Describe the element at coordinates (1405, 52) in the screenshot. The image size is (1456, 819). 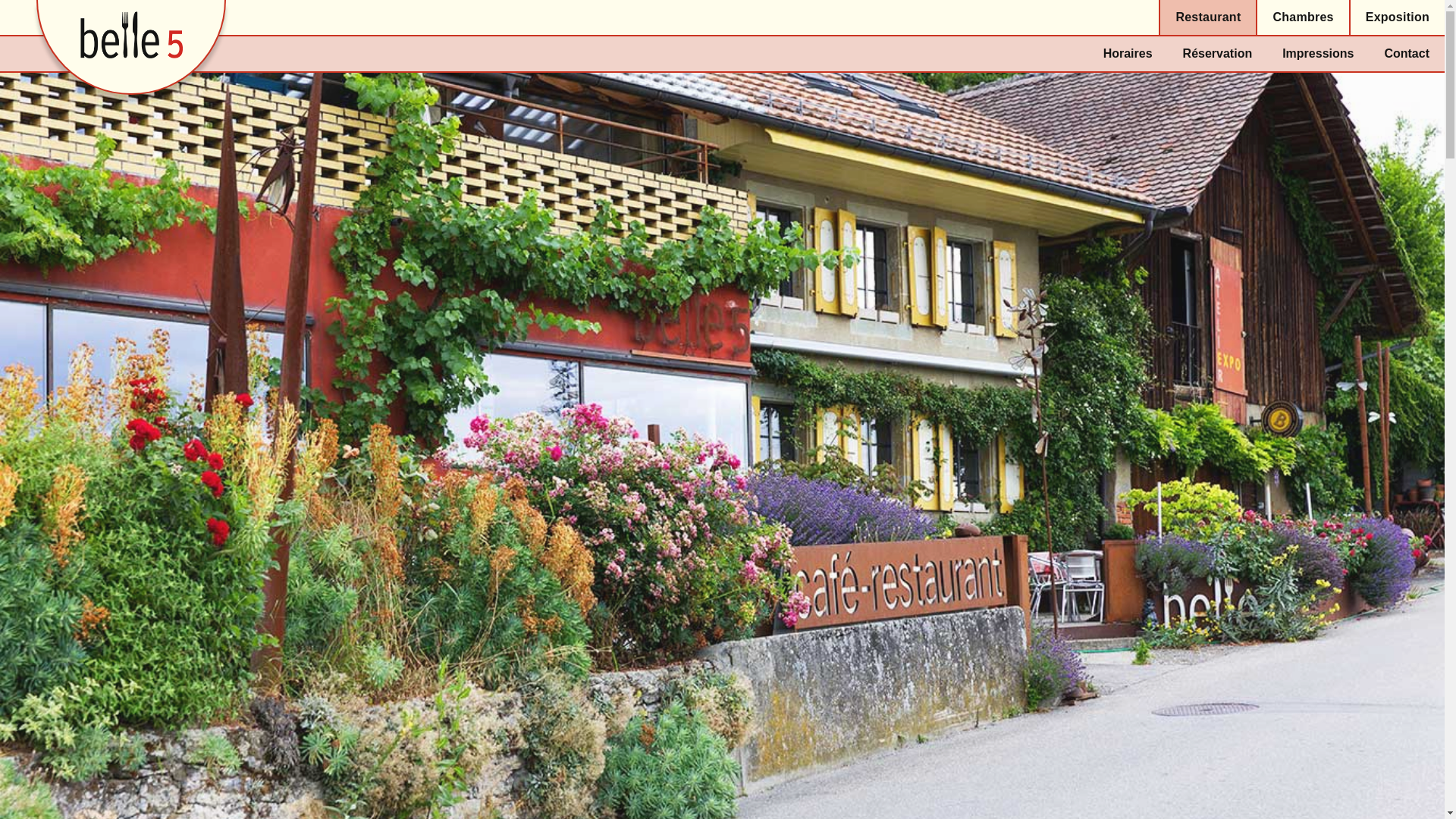
I see `'Contact'` at that location.